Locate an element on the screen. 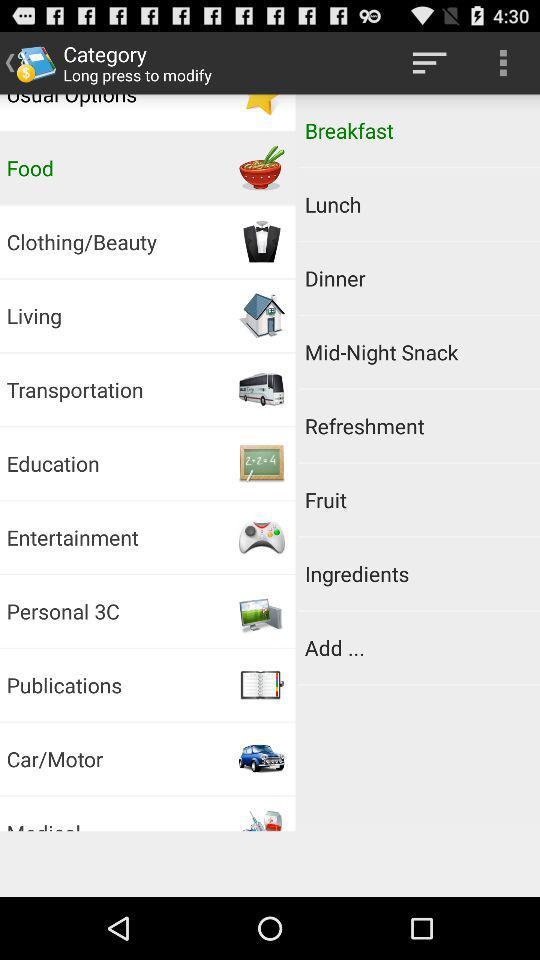  the icon right to the text category is located at coordinates (429, 63).